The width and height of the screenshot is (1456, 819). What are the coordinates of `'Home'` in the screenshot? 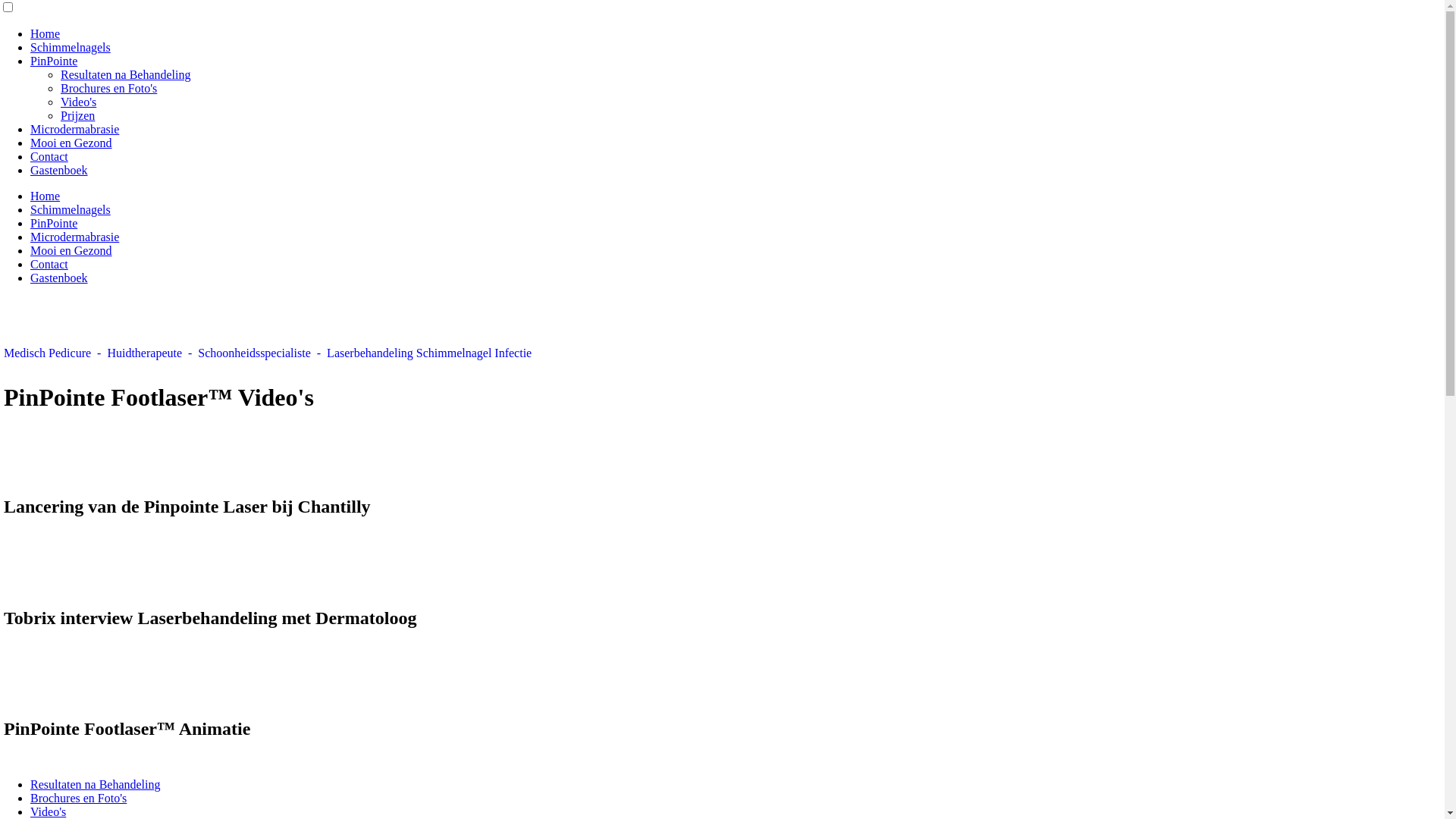 It's located at (45, 195).